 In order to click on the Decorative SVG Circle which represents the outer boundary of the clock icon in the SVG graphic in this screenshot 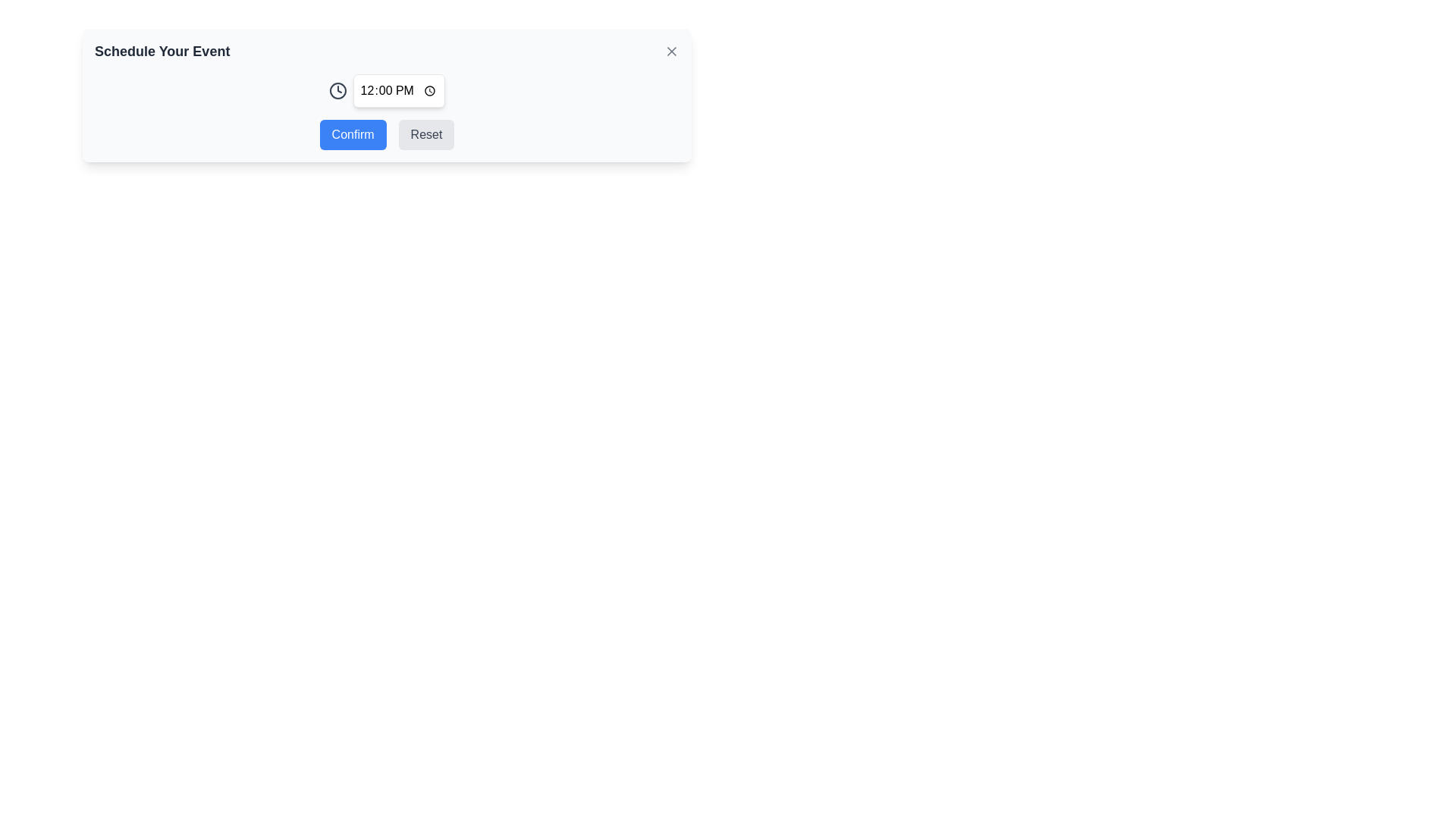, I will do `click(337, 90)`.